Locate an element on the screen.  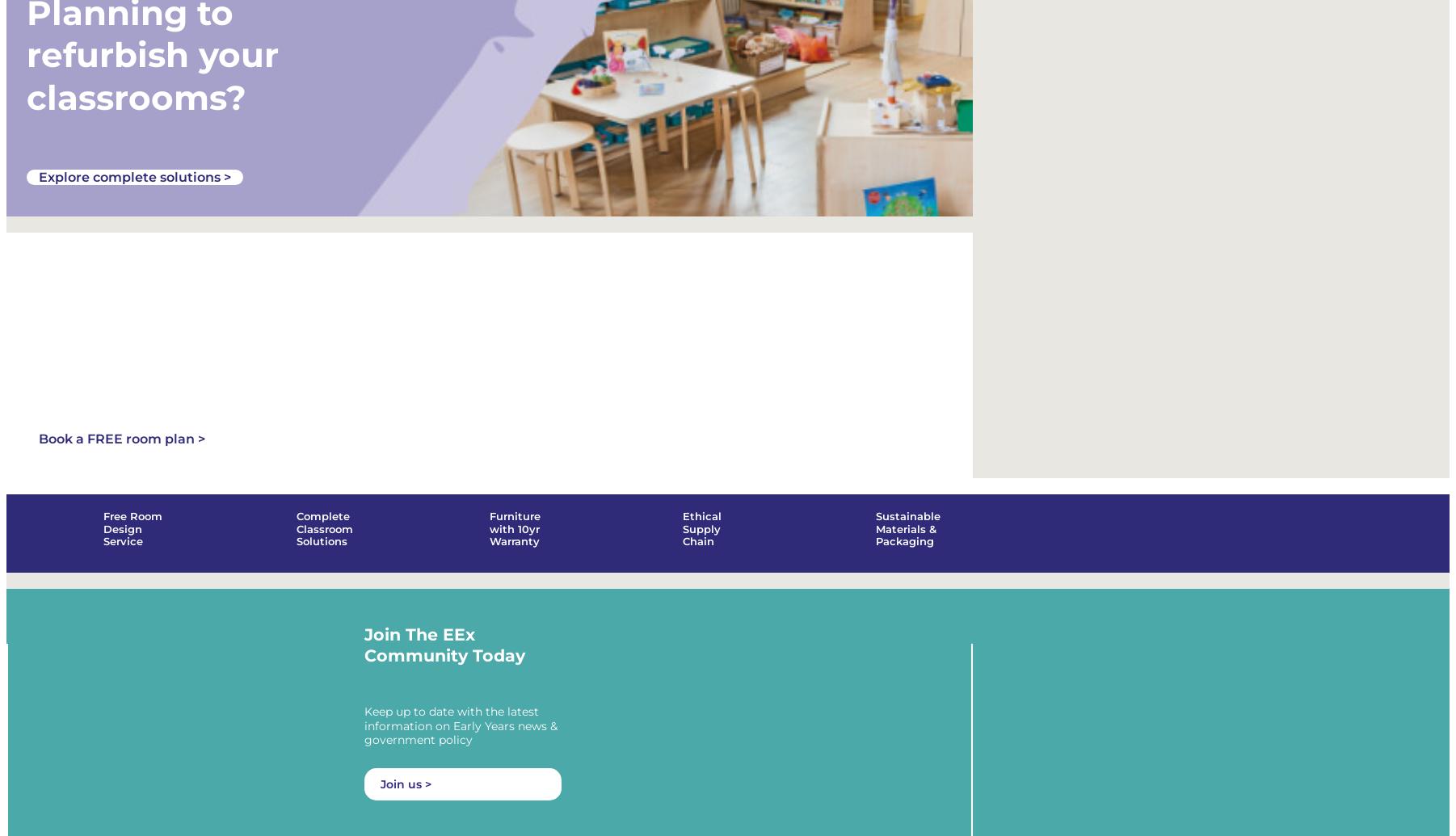
'Need help to' is located at coordinates (25, 273).